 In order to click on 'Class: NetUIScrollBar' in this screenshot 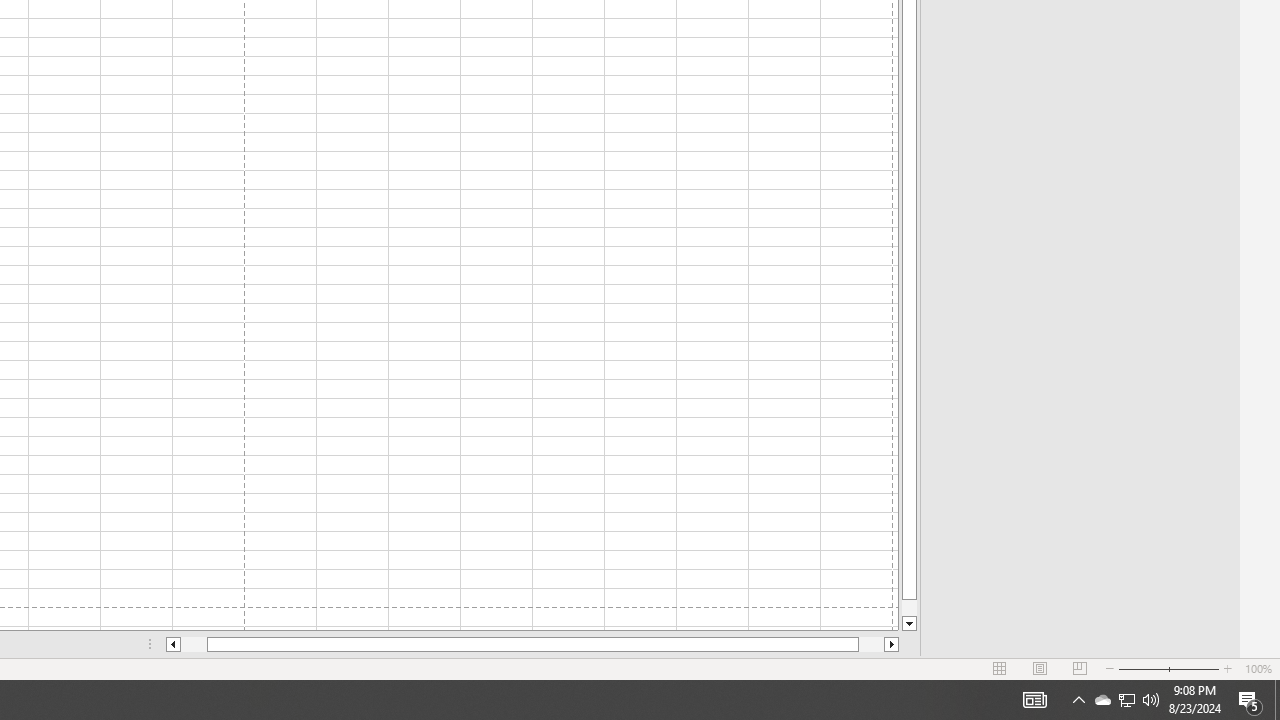, I will do `click(532, 644)`.